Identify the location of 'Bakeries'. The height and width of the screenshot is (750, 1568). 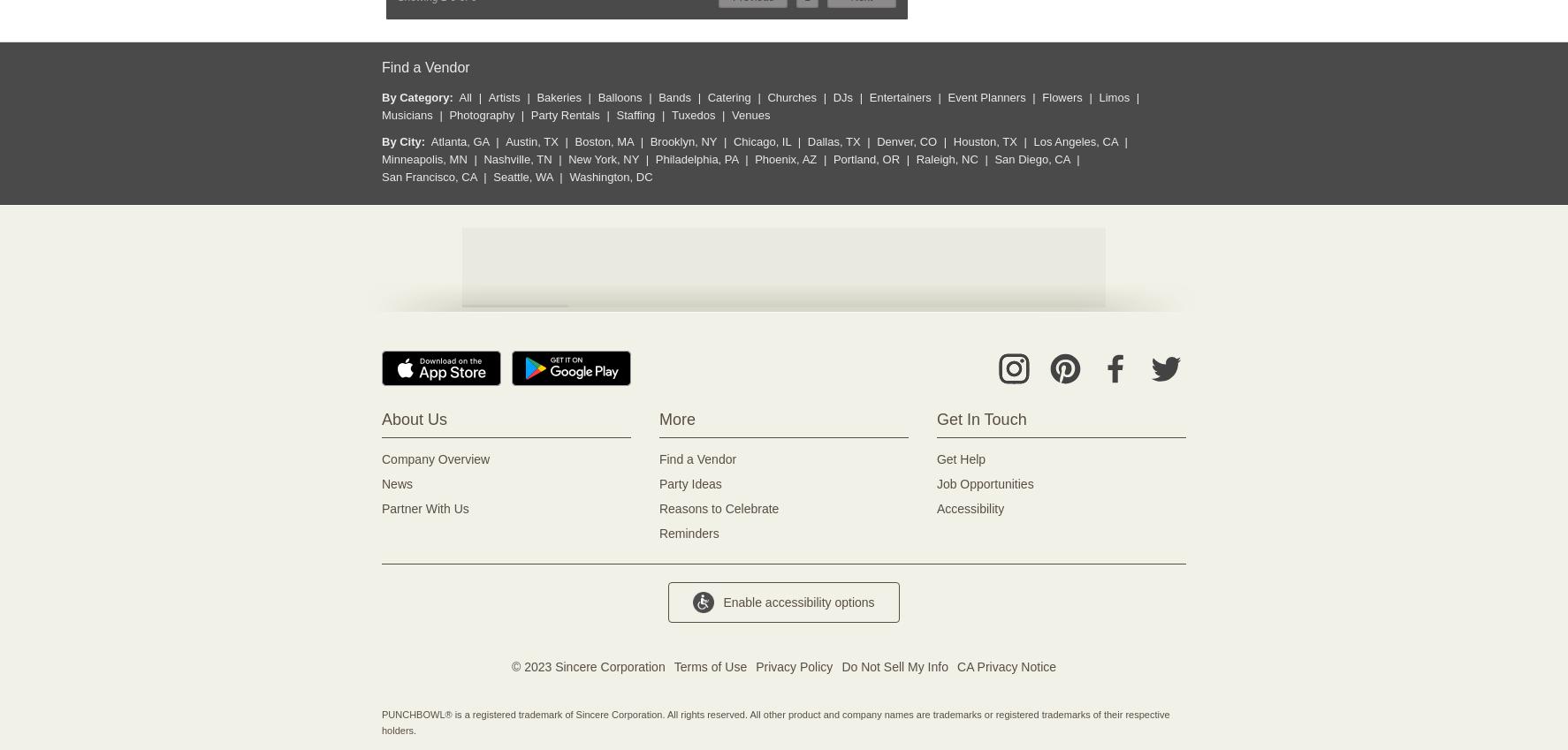
(559, 96).